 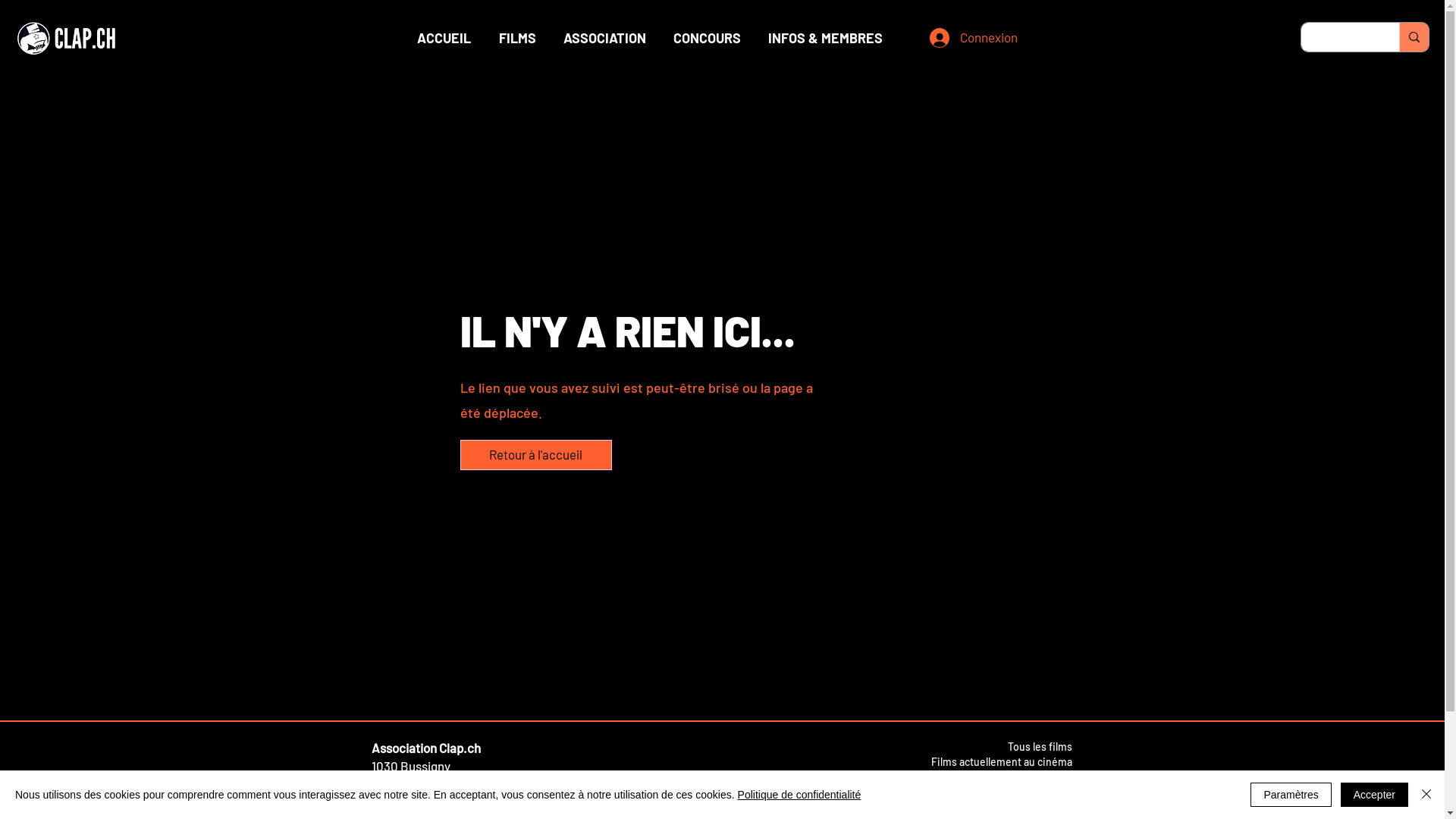 I want to click on 'CONCOURS', so click(x=706, y=37).